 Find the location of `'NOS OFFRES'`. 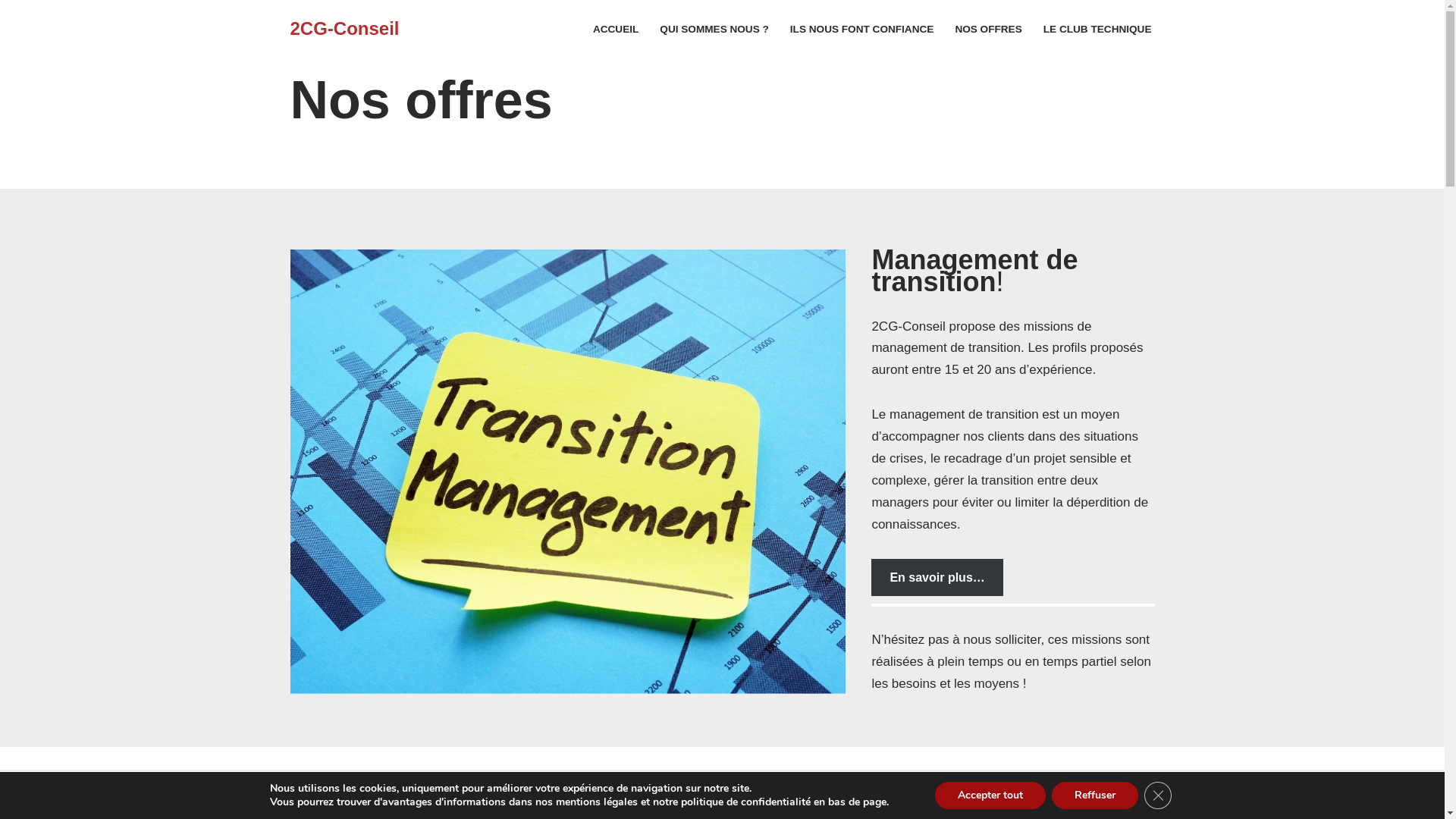

'NOS OFFRES' is located at coordinates (987, 29).